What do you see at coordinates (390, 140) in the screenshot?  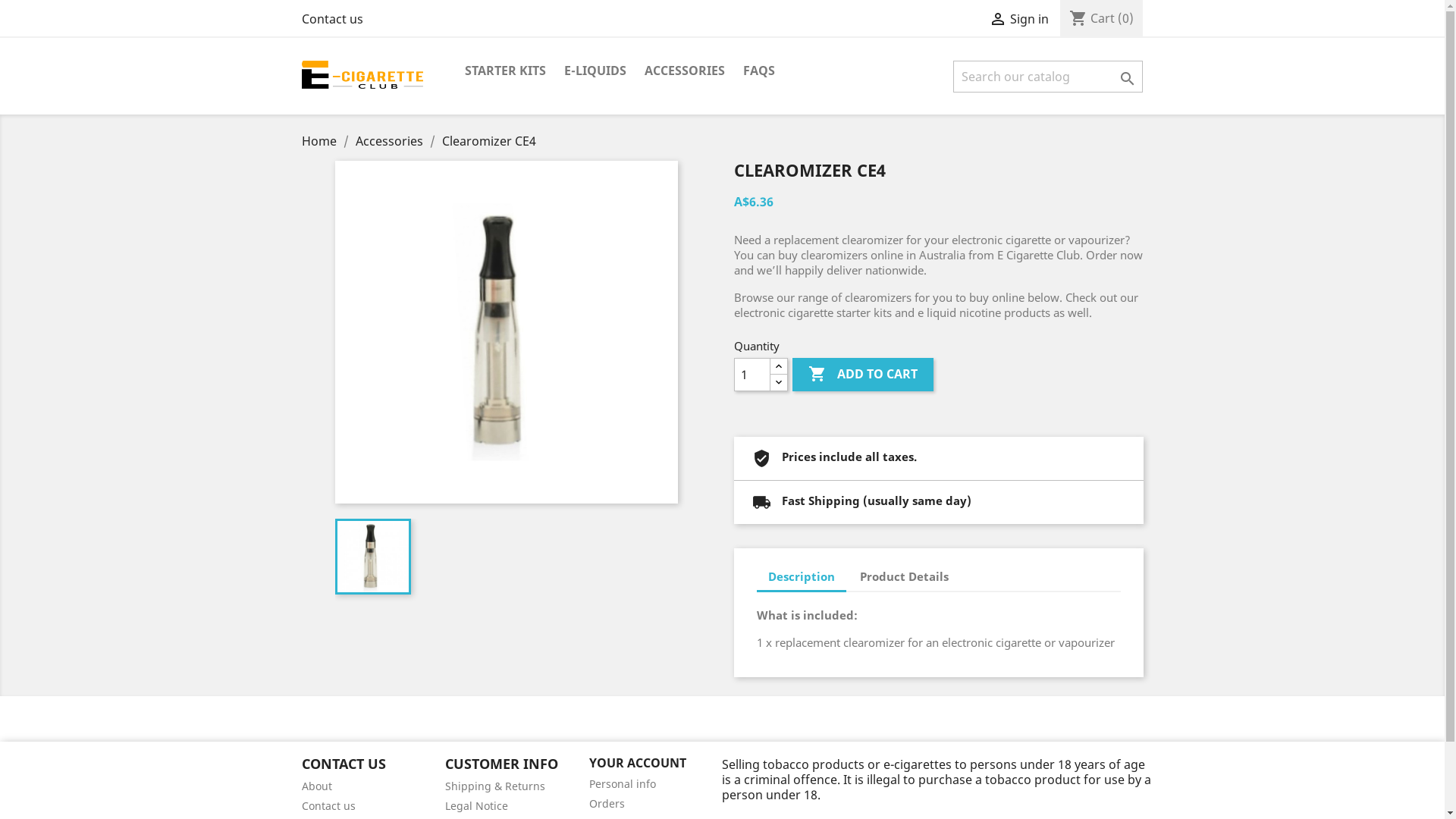 I see `'Accessories'` at bounding box center [390, 140].